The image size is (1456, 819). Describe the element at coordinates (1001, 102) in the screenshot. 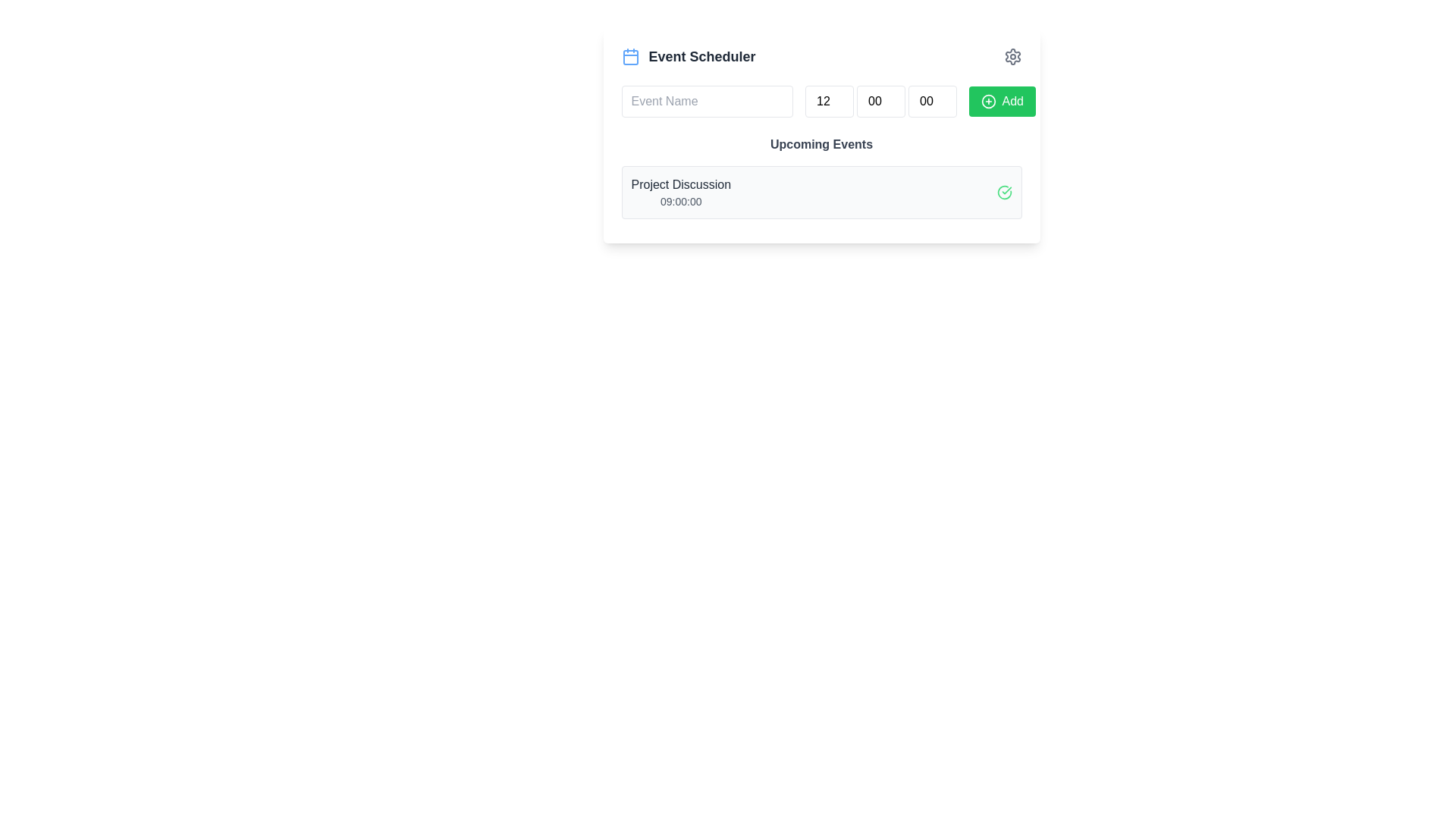

I see `the green 'Add' button located at the far right of the event scheduler section` at that location.